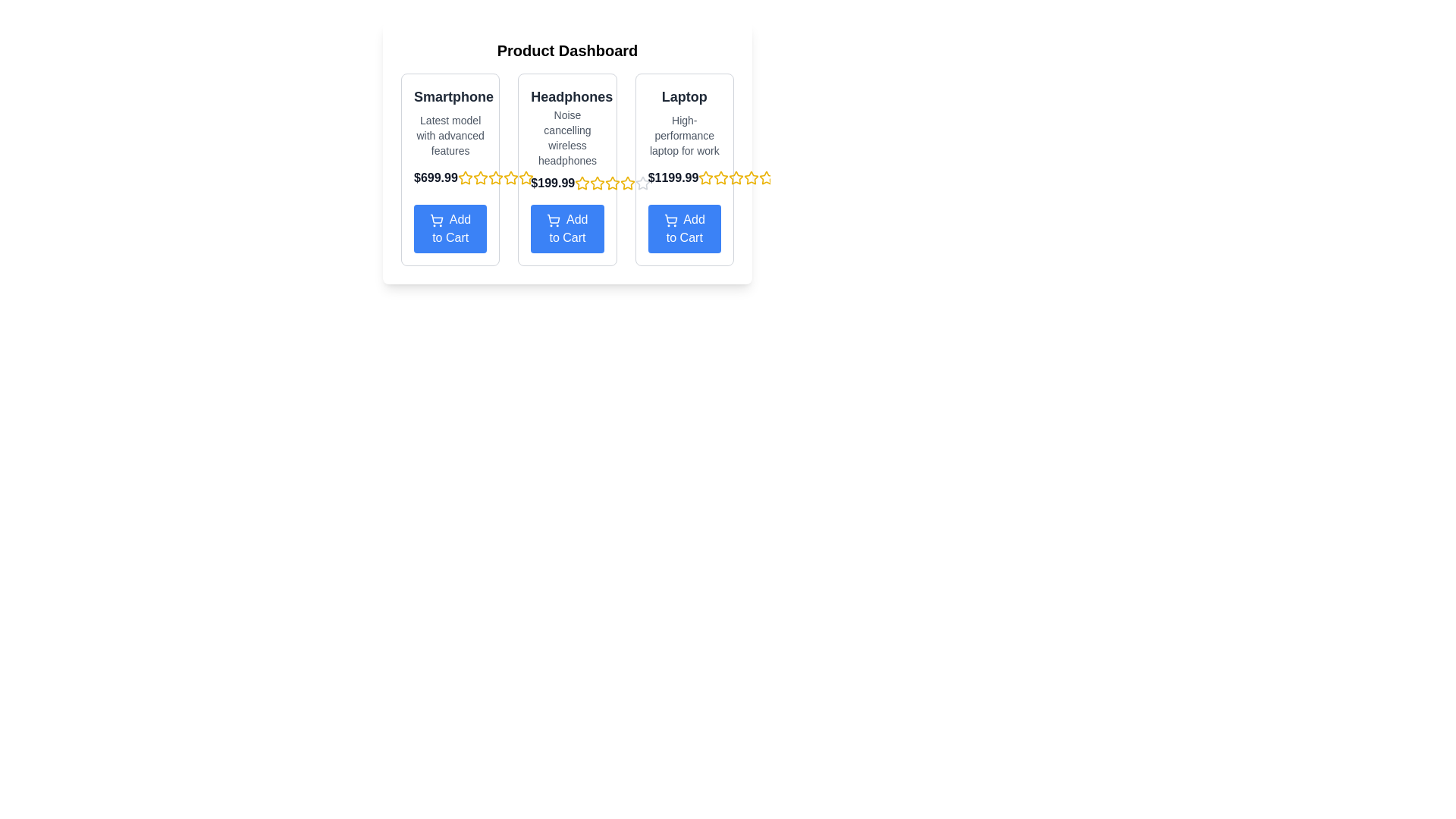 This screenshot has width=1456, height=819. Describe the element at coordinates (752, 177) in the screenshot. I see `the visual state of the 7th star icon in the rating system displayed below the price of the laptop product card` at that location.